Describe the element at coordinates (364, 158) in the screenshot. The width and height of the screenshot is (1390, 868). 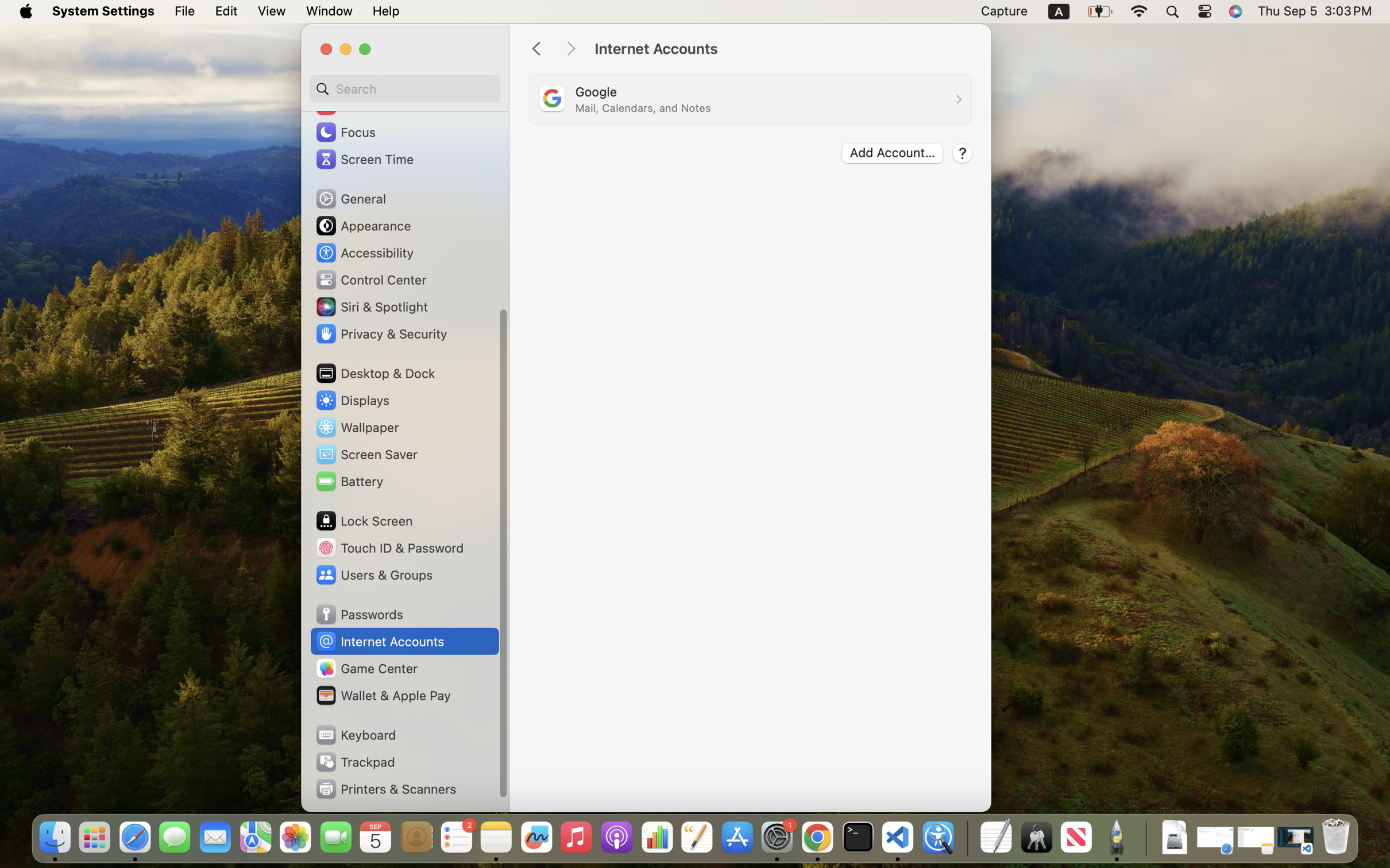
I see `'Screen Time'` at that location.